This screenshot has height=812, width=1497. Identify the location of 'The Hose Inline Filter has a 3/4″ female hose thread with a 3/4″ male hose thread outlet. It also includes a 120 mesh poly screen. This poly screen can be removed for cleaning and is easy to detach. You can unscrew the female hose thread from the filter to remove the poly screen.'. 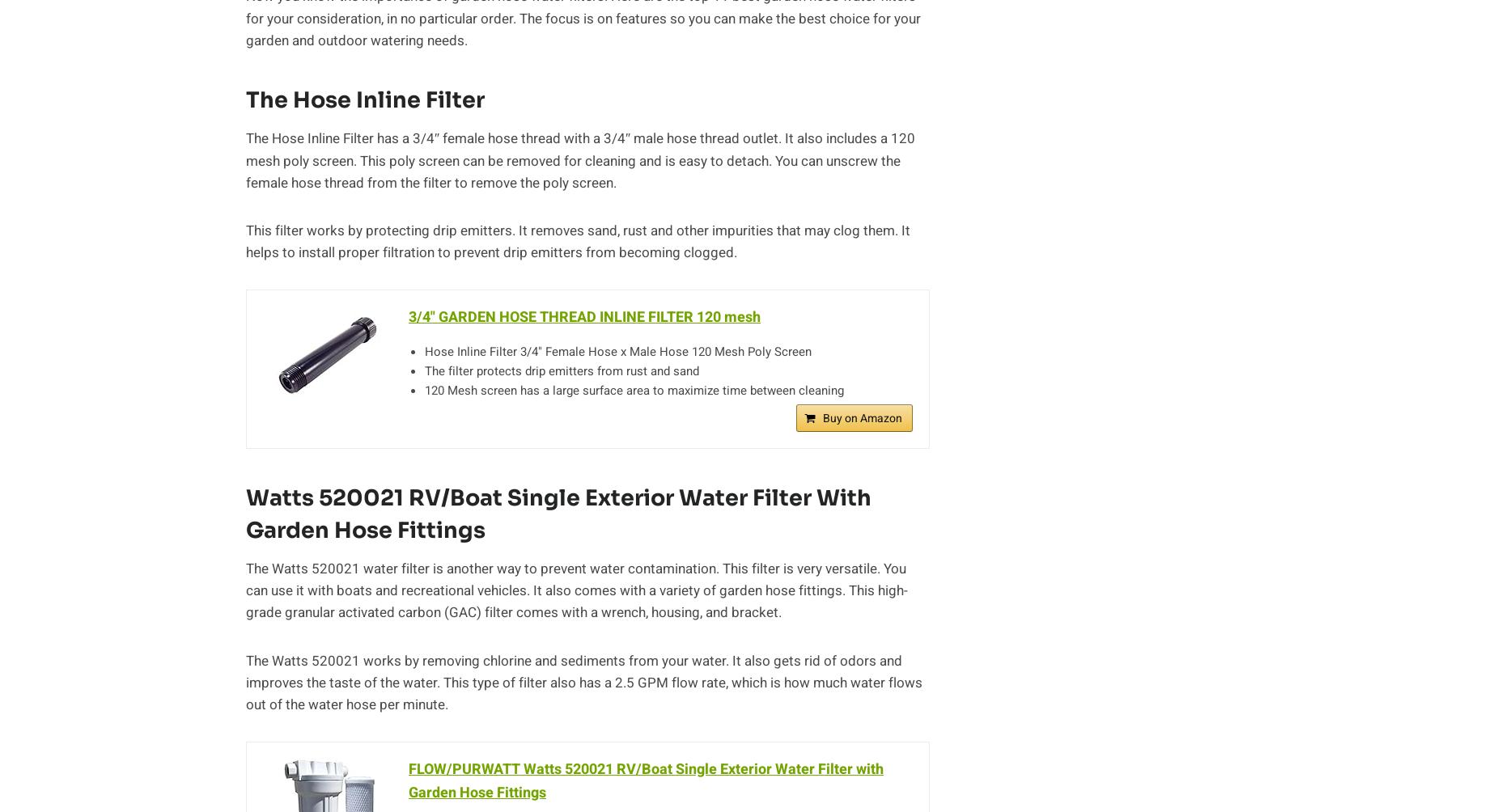
(580, 159).